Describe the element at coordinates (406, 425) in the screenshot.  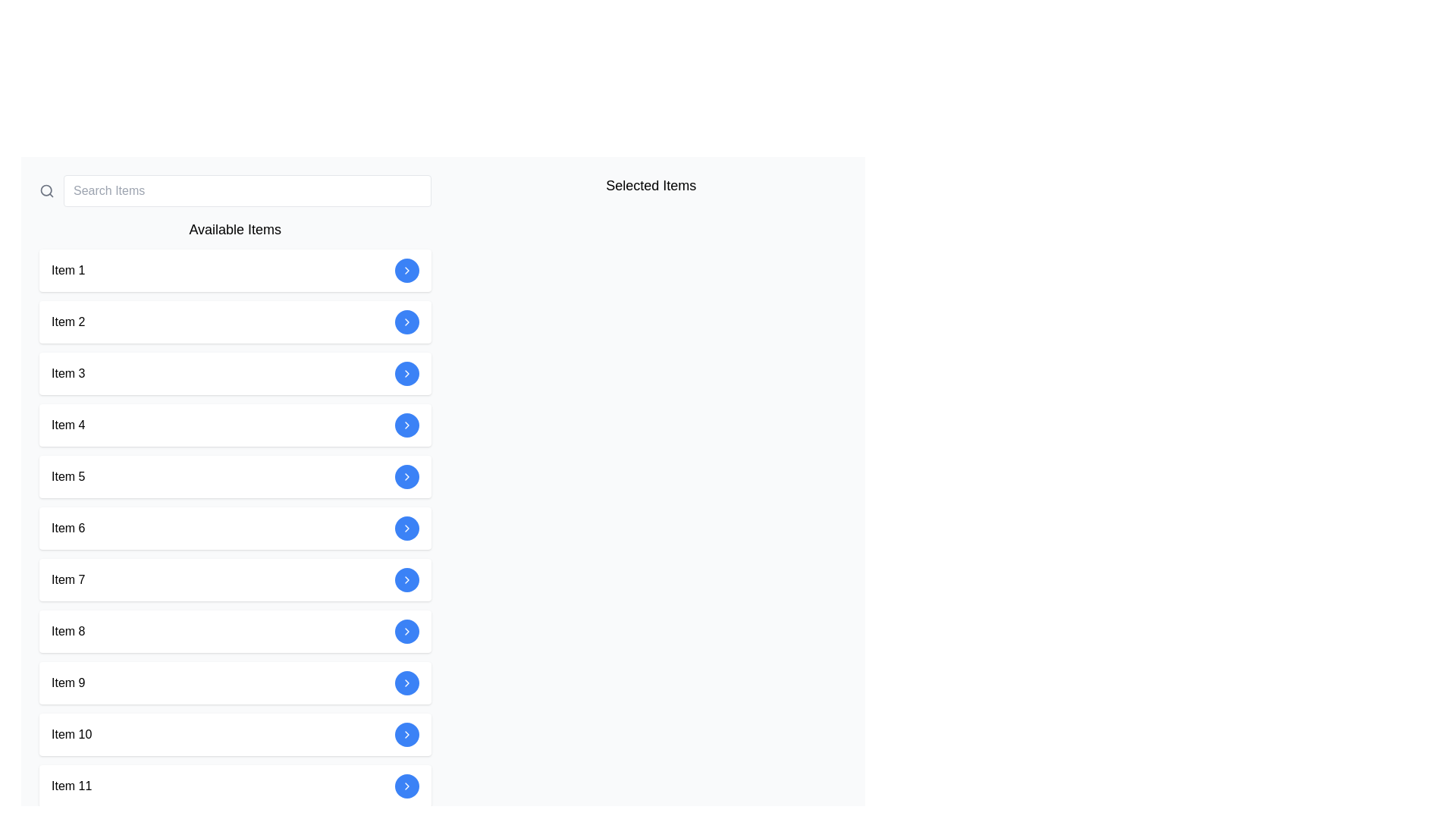
I see `the circular button with a blue background that serves as a navigation indicator for 'Item 4'` at that location.